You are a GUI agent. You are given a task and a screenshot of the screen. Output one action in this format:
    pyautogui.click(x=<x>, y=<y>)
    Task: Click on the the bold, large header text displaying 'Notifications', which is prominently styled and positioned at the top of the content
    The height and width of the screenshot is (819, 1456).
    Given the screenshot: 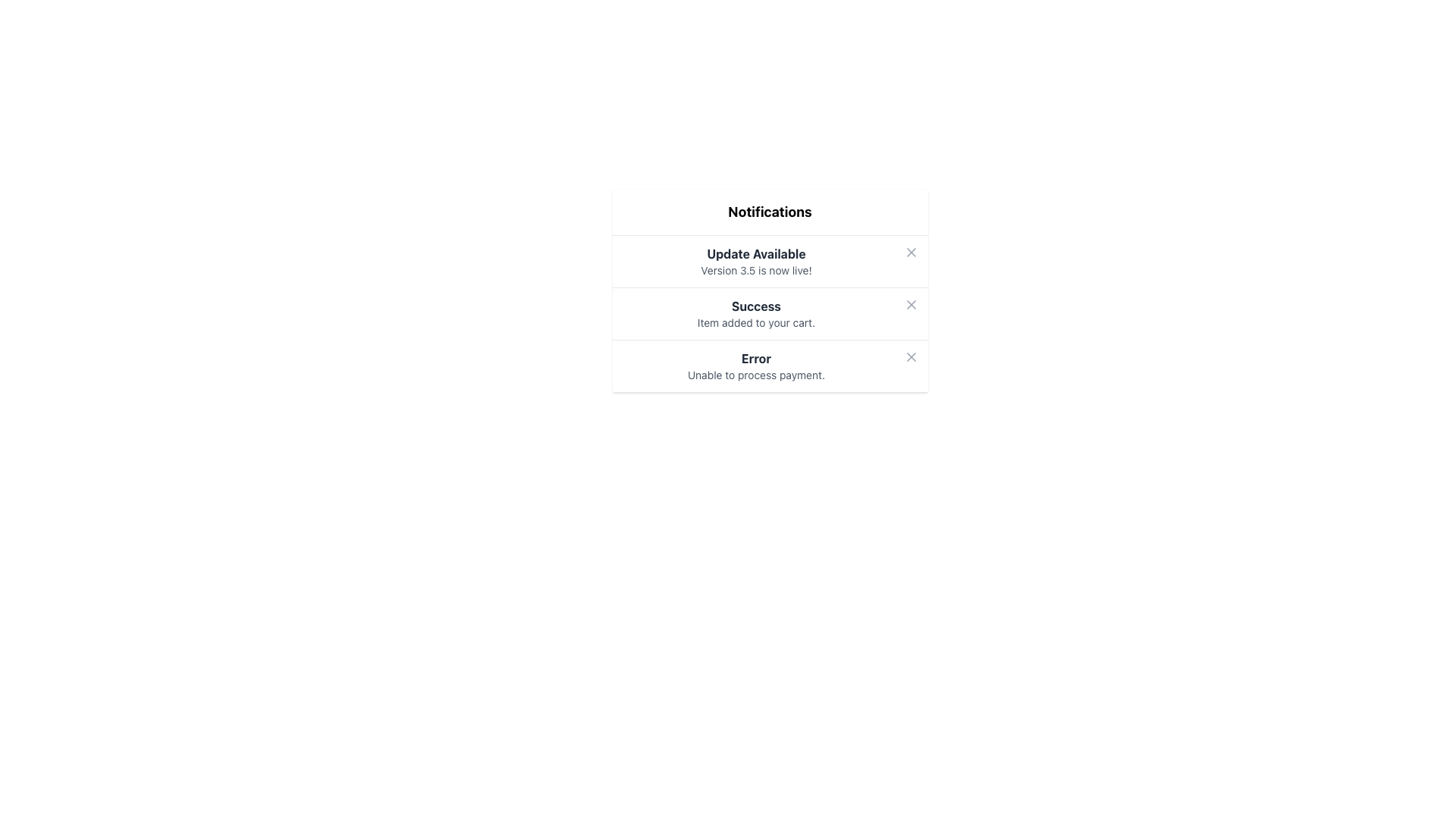 What is the action you would take?
    pyautogui.click(x=770, y=212)
    